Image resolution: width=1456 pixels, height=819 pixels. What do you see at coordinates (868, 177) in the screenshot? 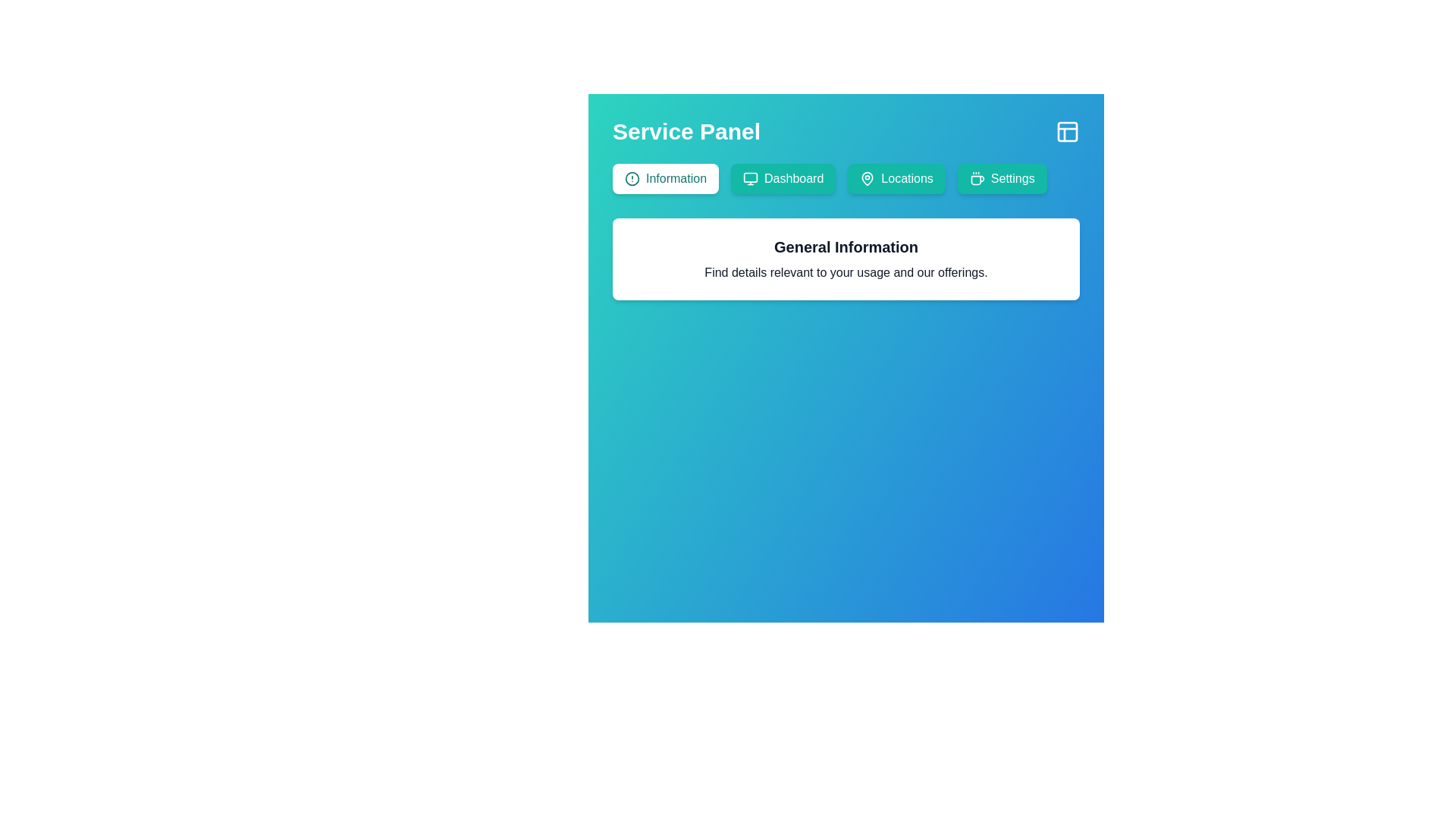
I see `the teal pin-like icon located on the left part of the 'Locations' button in the top menu bar` at bounding box center [868, 177].